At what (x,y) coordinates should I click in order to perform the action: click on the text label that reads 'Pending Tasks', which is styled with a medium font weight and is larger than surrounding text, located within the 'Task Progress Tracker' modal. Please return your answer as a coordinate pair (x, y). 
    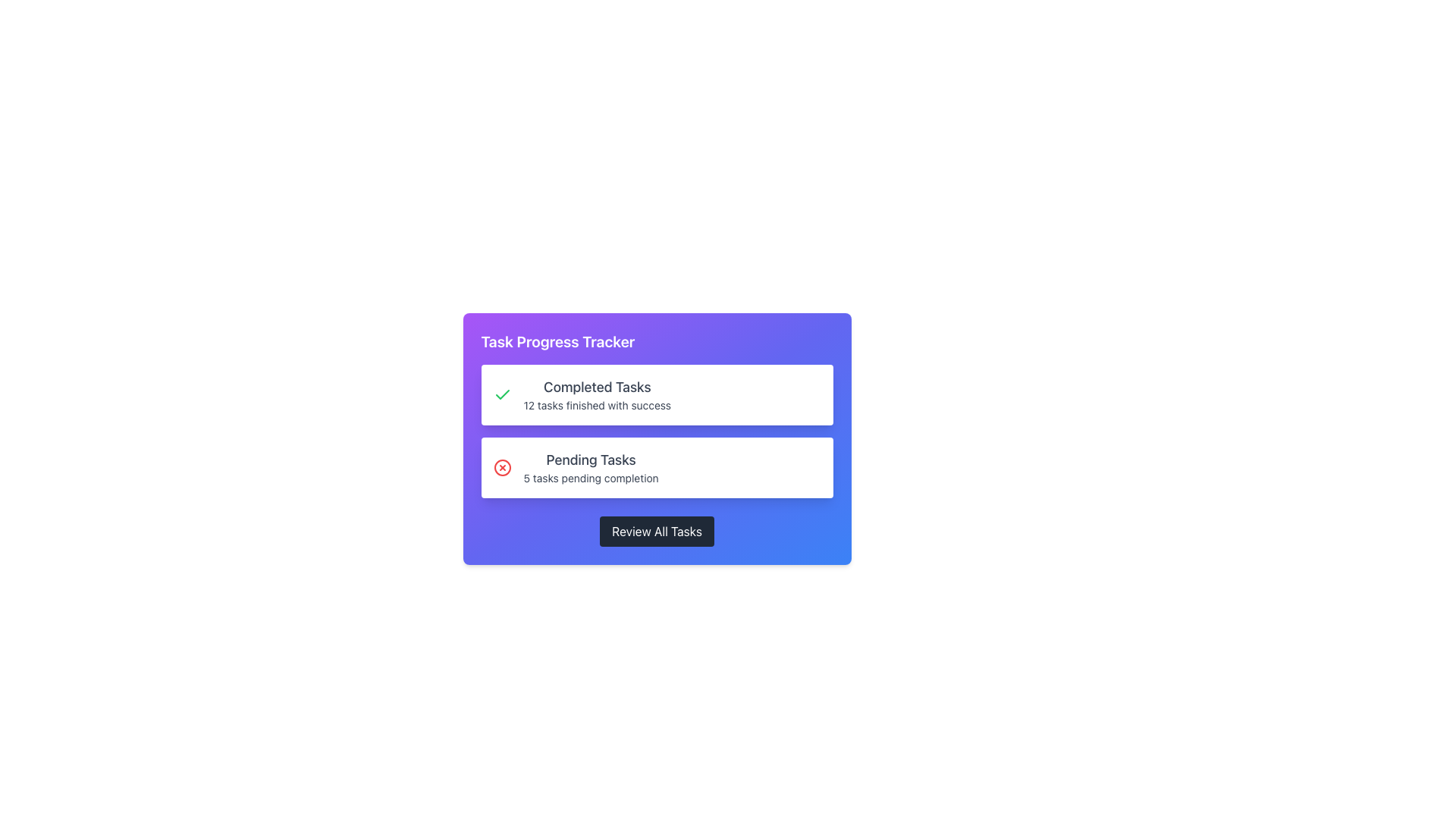
    Looking at the image, I should click on (590, 459).